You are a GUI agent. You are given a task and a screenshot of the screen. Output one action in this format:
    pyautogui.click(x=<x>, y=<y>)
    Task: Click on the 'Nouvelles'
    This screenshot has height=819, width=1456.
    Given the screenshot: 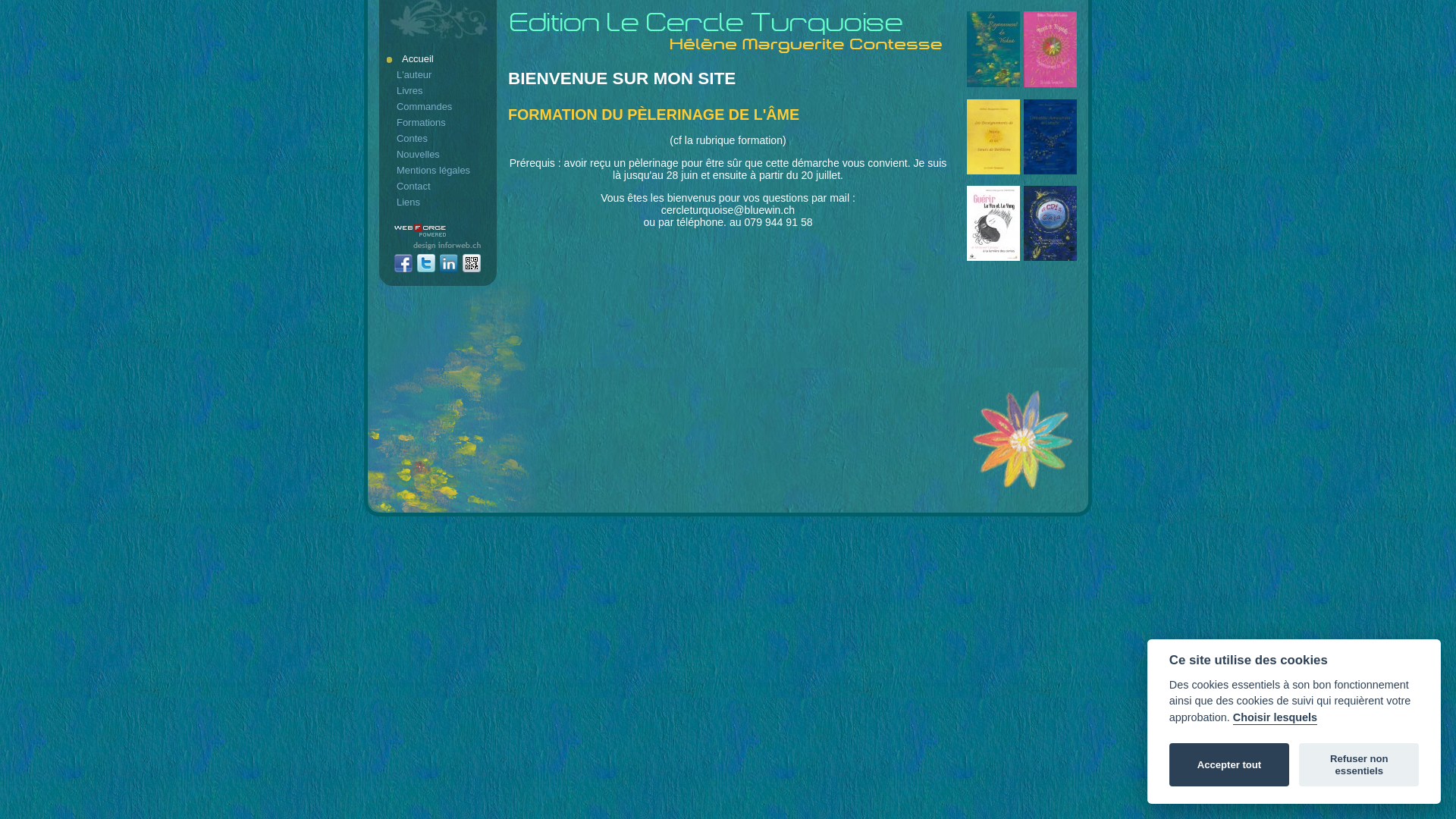 What is the action you would take?
    pyautogui.click(x=438, y=154)
    